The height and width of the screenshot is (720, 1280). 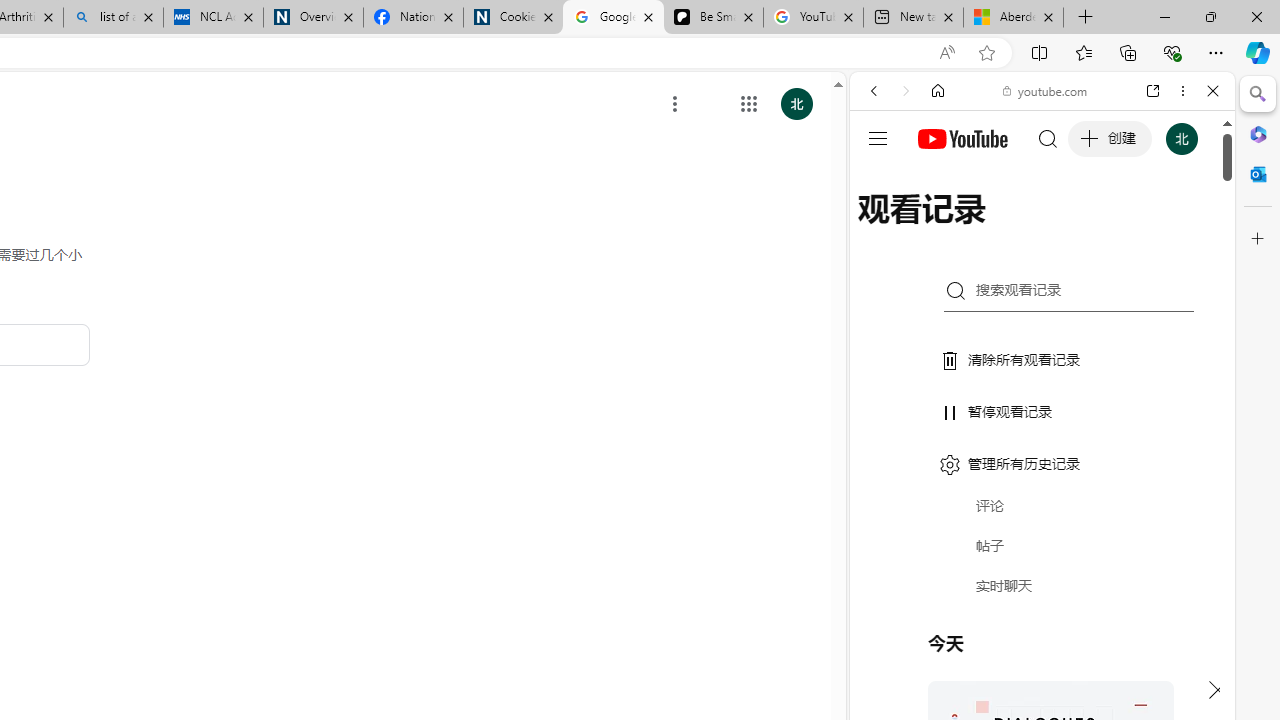 I want to click on 'Class: gb_E', so click(x=748, y=104).